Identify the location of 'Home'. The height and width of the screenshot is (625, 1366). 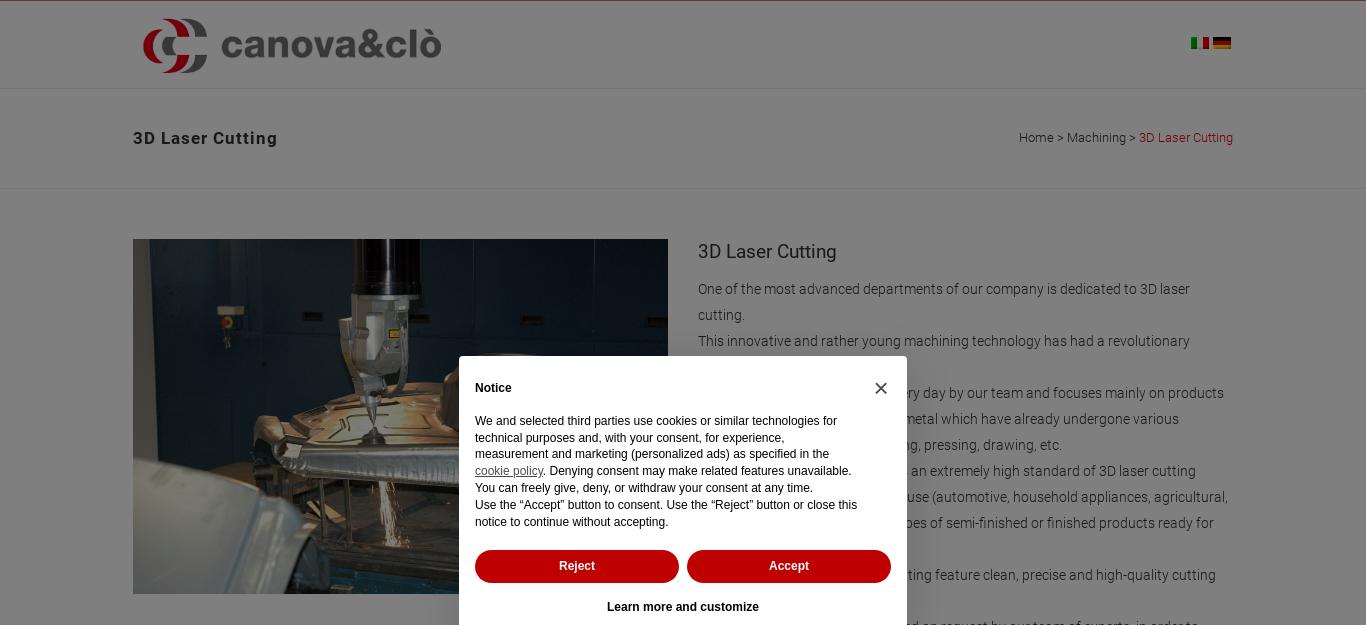
(1035, 137).